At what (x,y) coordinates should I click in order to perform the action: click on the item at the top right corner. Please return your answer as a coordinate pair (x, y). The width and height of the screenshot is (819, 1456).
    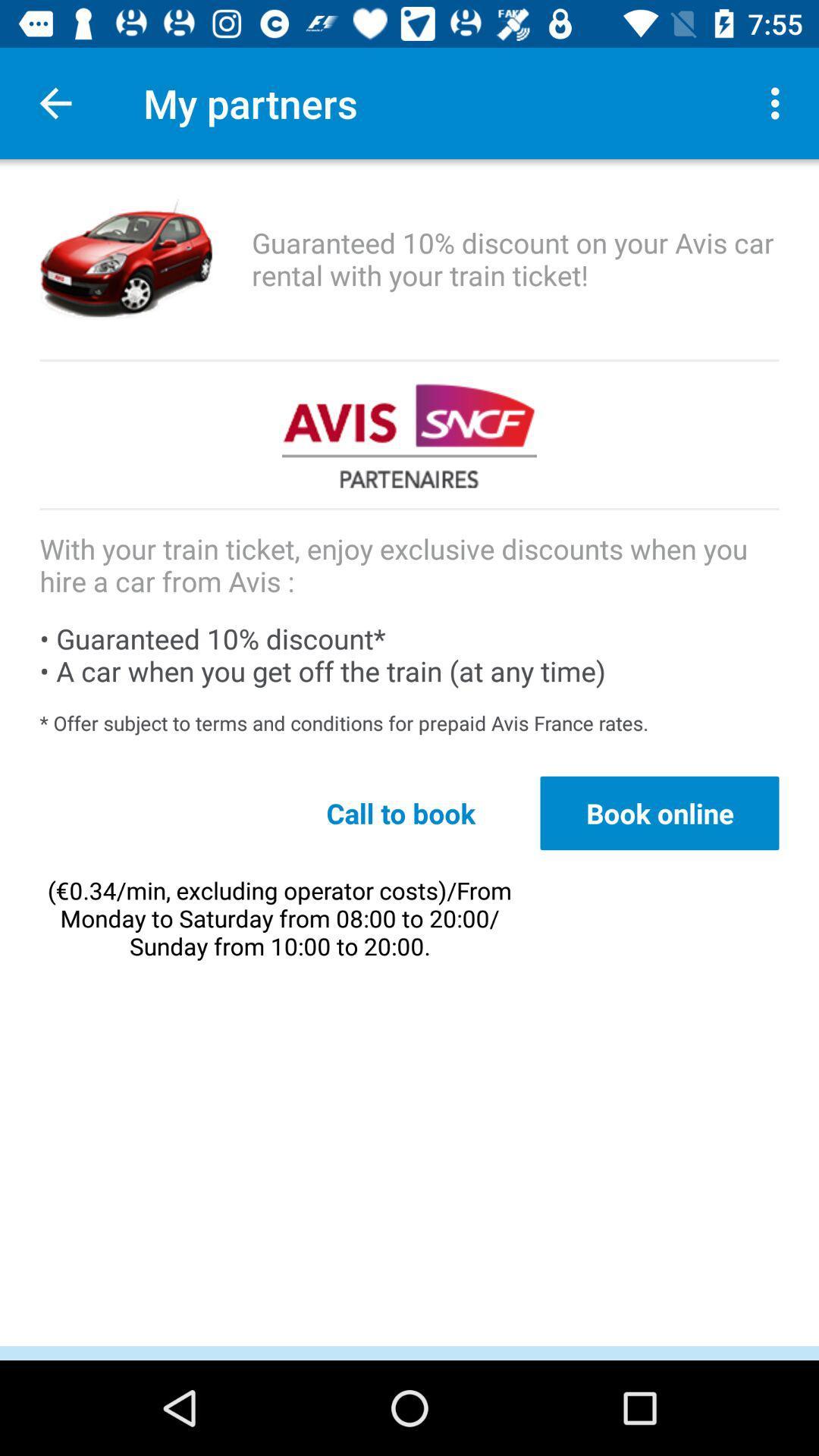
    Looking at the image, I should click on (779, 102).